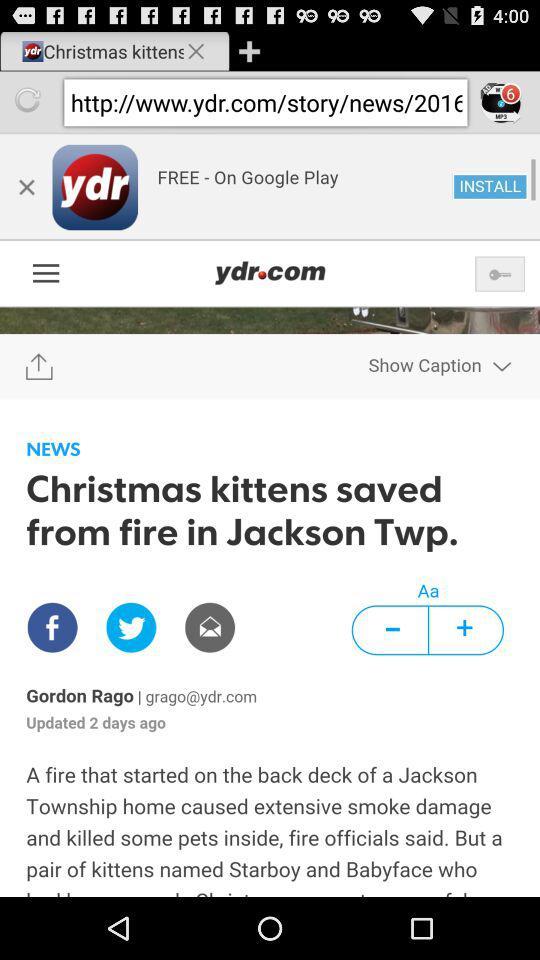 The width and height of the screenshot is (540, 960). What do you see at coordinates (270, 514) in the screenshot?
I see `share the article` at bounding box center [270, 514].